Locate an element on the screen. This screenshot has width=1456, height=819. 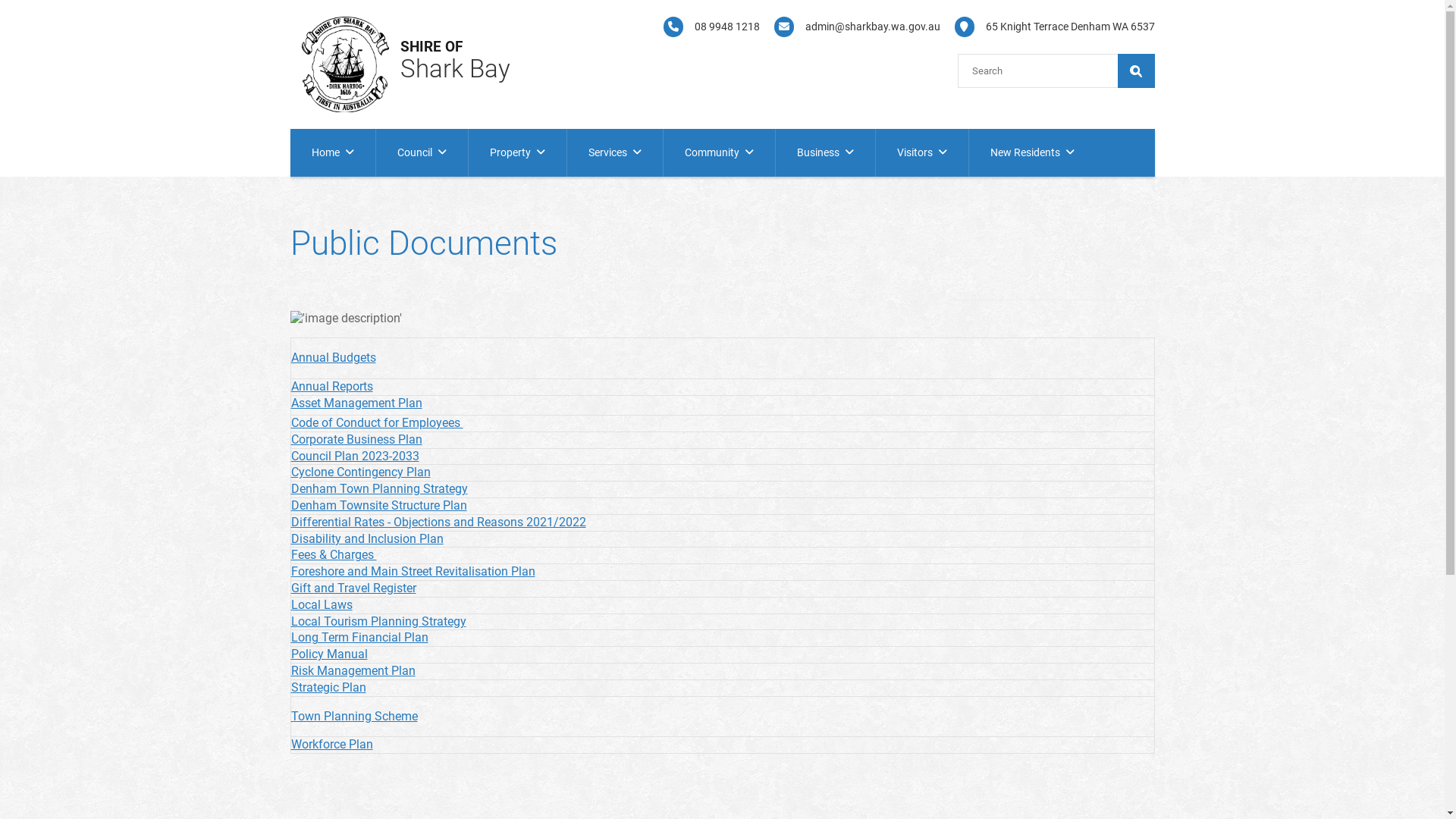
'Corporate Business Plan' is located at coordinates (356, 439).